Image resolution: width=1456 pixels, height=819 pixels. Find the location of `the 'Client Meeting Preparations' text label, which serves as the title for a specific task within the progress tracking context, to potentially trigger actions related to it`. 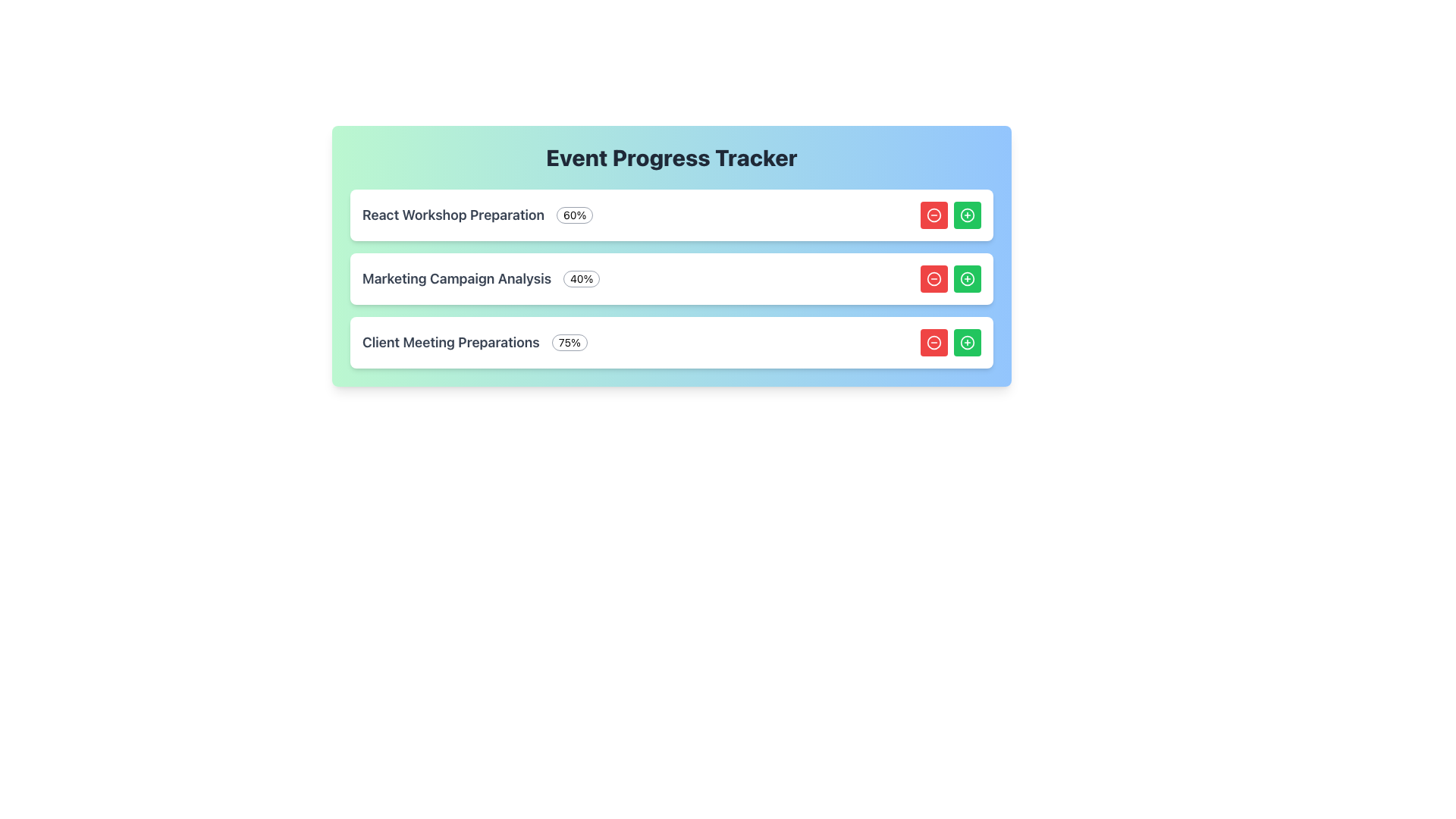

the 'Client Meeting Preparations' text label, which serves as the title for a specific task within the progress tracking context, to potentially trigger actions related to it is located at coordinates (450, 342).